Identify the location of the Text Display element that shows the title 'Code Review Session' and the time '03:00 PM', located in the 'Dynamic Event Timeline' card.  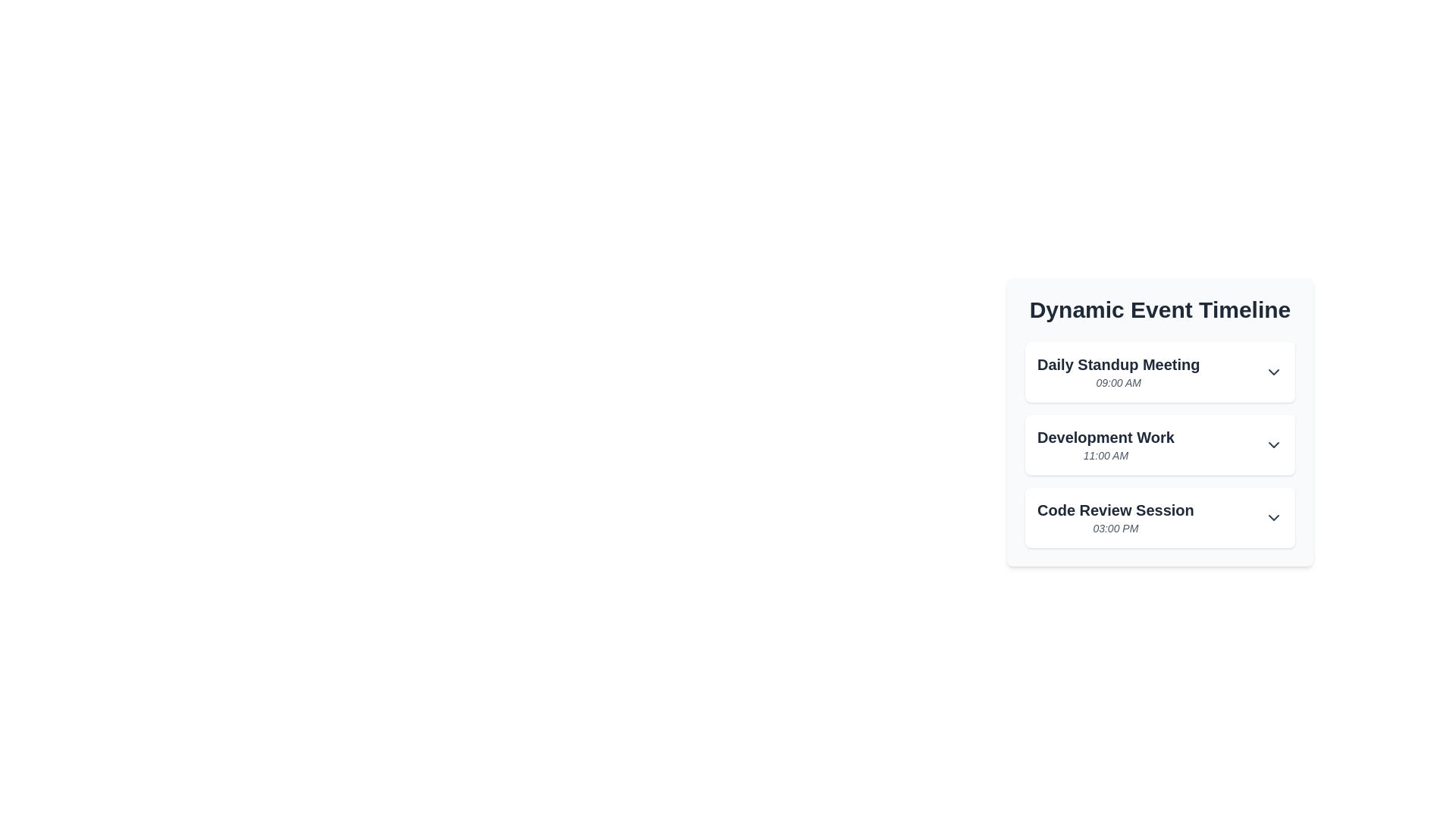
(1116, 516).